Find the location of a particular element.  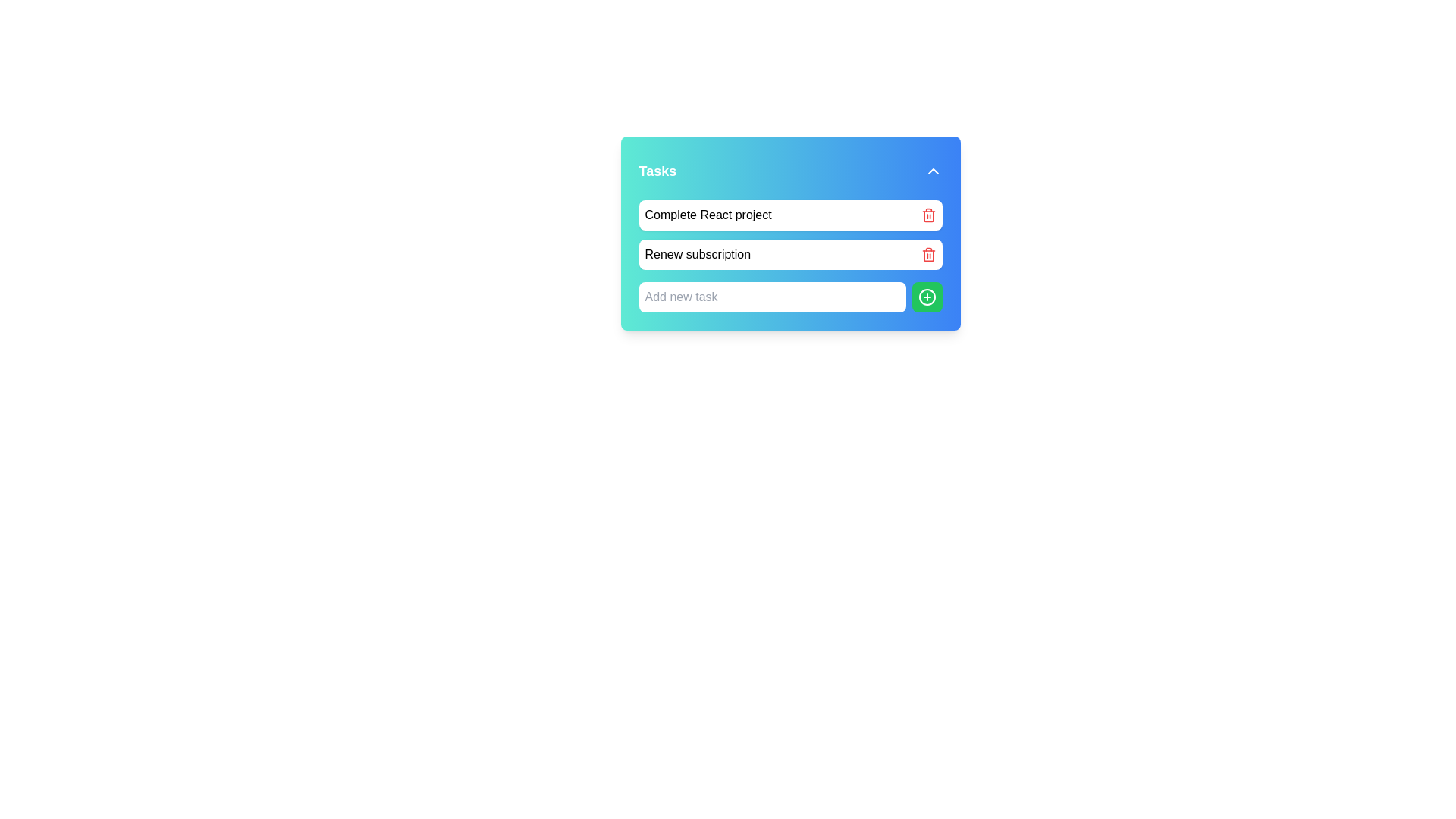

the Circular SVG shape representing a plus sign, located in the bottom-right corner of the task management widget, adjacent to the 'Add new task' input field is located at coordinates (926, 297).